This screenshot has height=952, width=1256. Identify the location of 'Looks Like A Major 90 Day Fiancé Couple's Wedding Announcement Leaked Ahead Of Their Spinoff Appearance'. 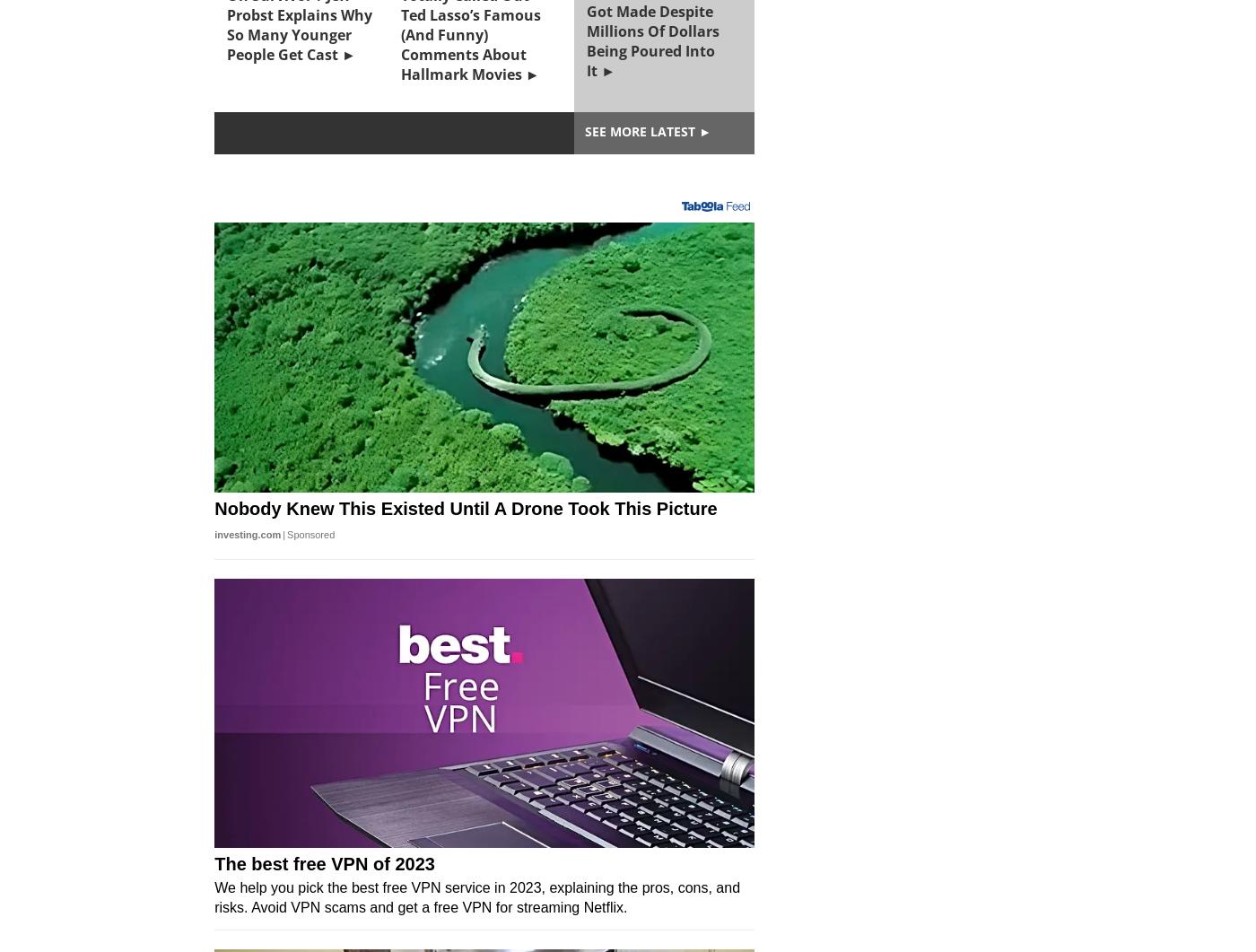
(474, 525).